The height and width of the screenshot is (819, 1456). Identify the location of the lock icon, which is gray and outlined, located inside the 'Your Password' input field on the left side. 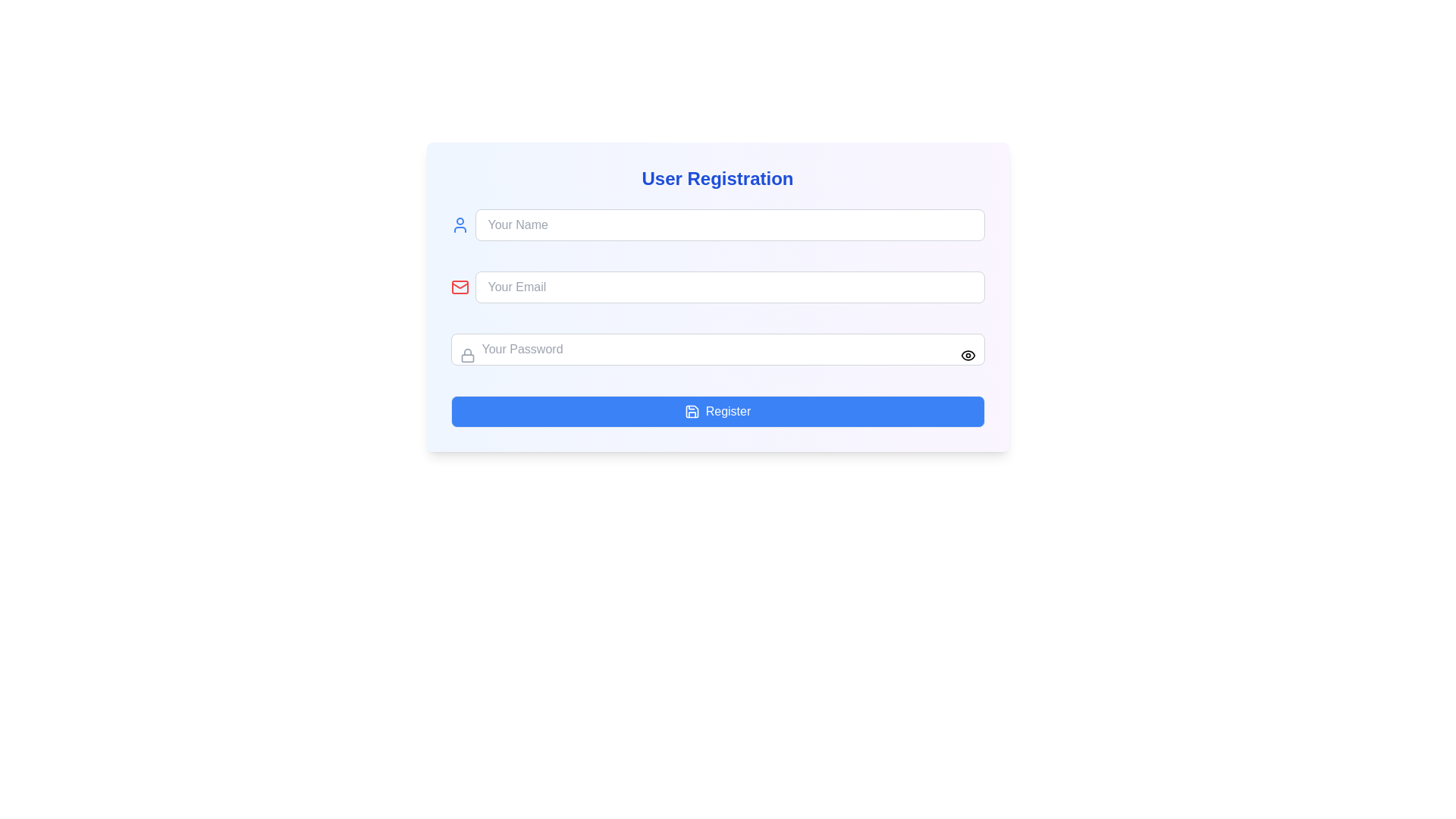
(466, 356).